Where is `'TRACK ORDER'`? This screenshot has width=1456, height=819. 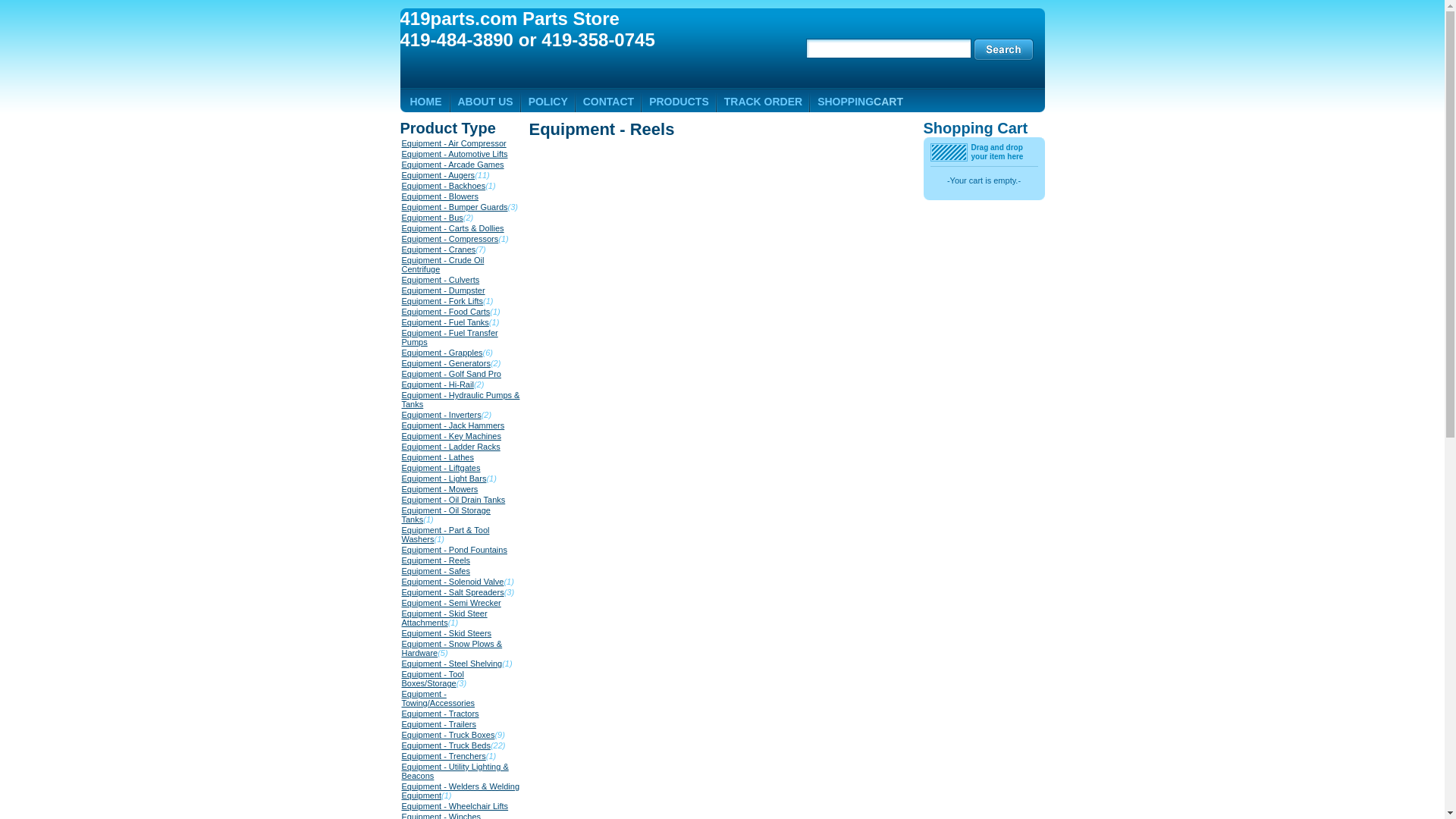
'TRACK ORDER' is located at coordinates (763, 102).